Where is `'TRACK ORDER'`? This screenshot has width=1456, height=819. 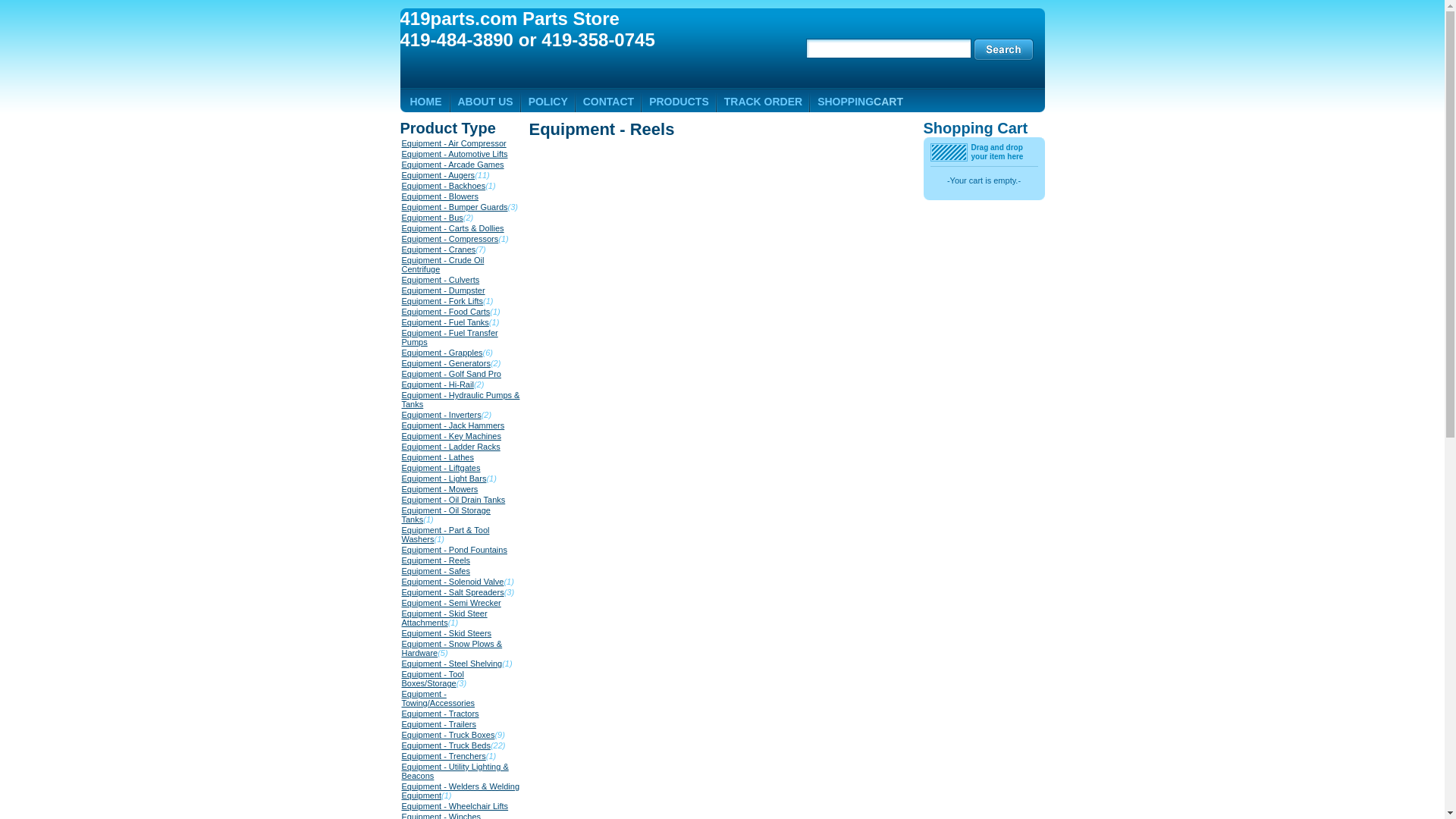
'TRACK ORDER' is located at coordinates (763, 102).